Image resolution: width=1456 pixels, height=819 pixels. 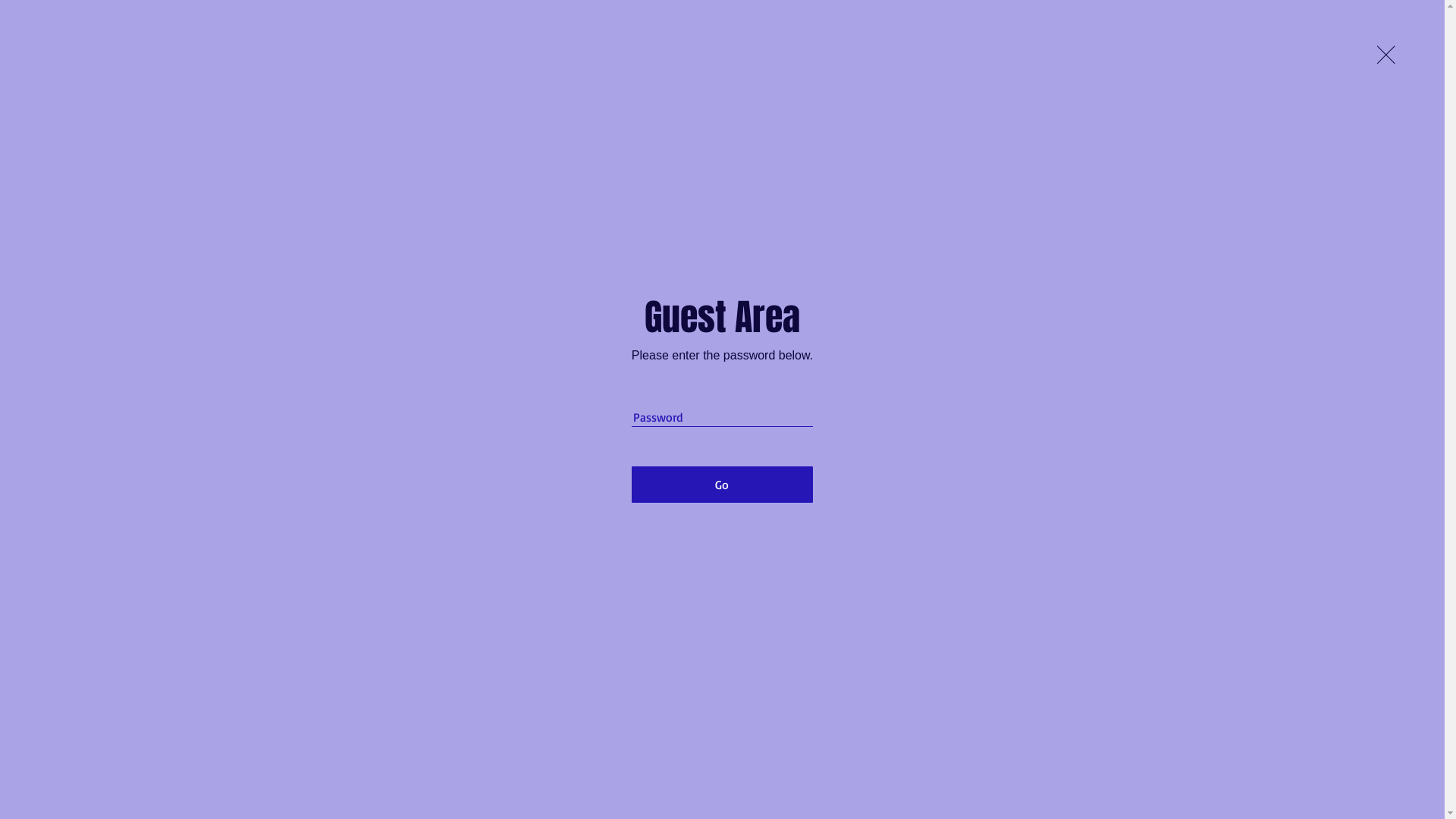 I want to click on 'Go', so click(x=721, y=485).